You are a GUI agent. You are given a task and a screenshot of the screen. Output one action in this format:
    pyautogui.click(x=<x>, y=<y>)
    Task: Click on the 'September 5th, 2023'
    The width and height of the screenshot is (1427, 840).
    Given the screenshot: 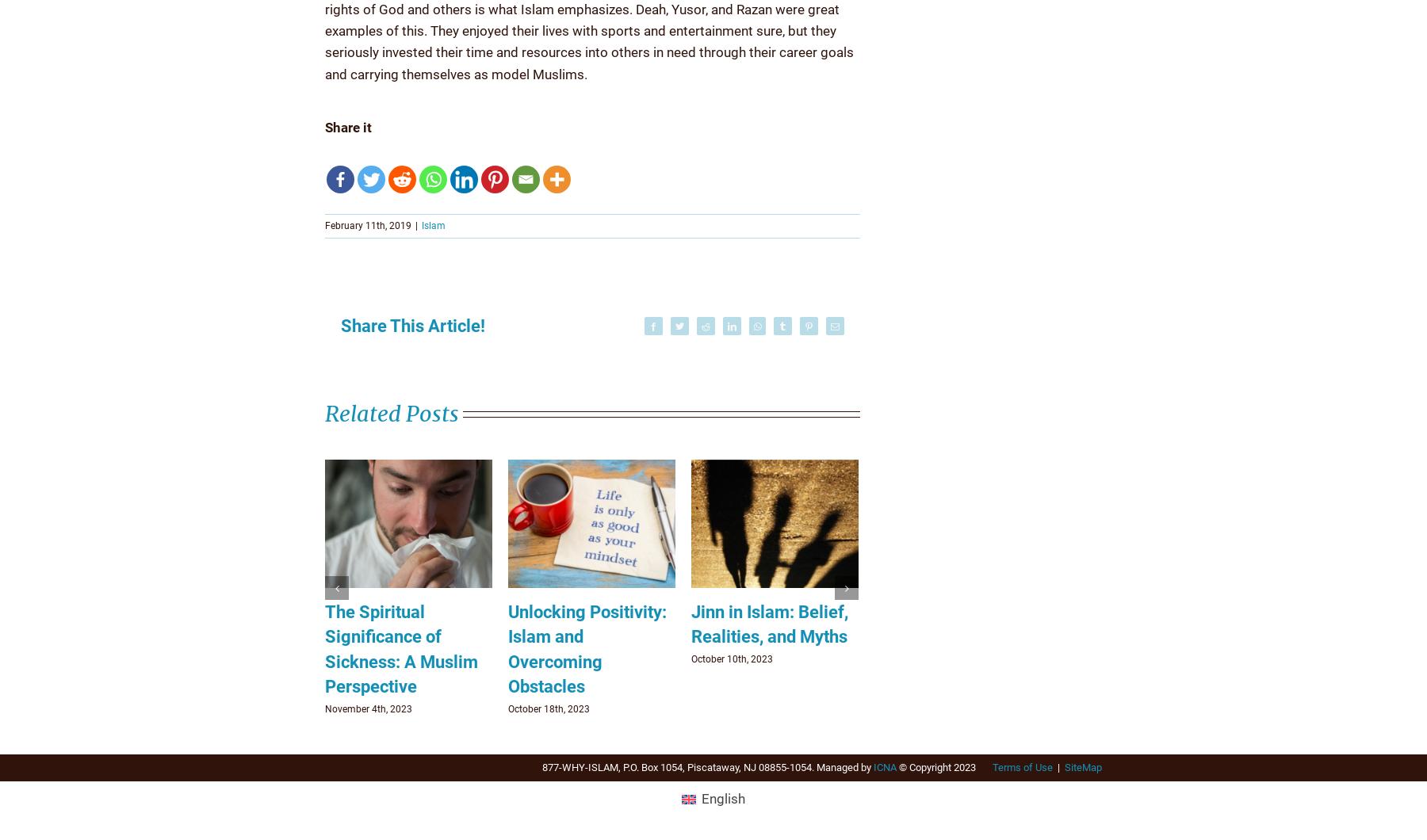 What is the action you would take?
    pyautogui.click(x=551, y=708)
    